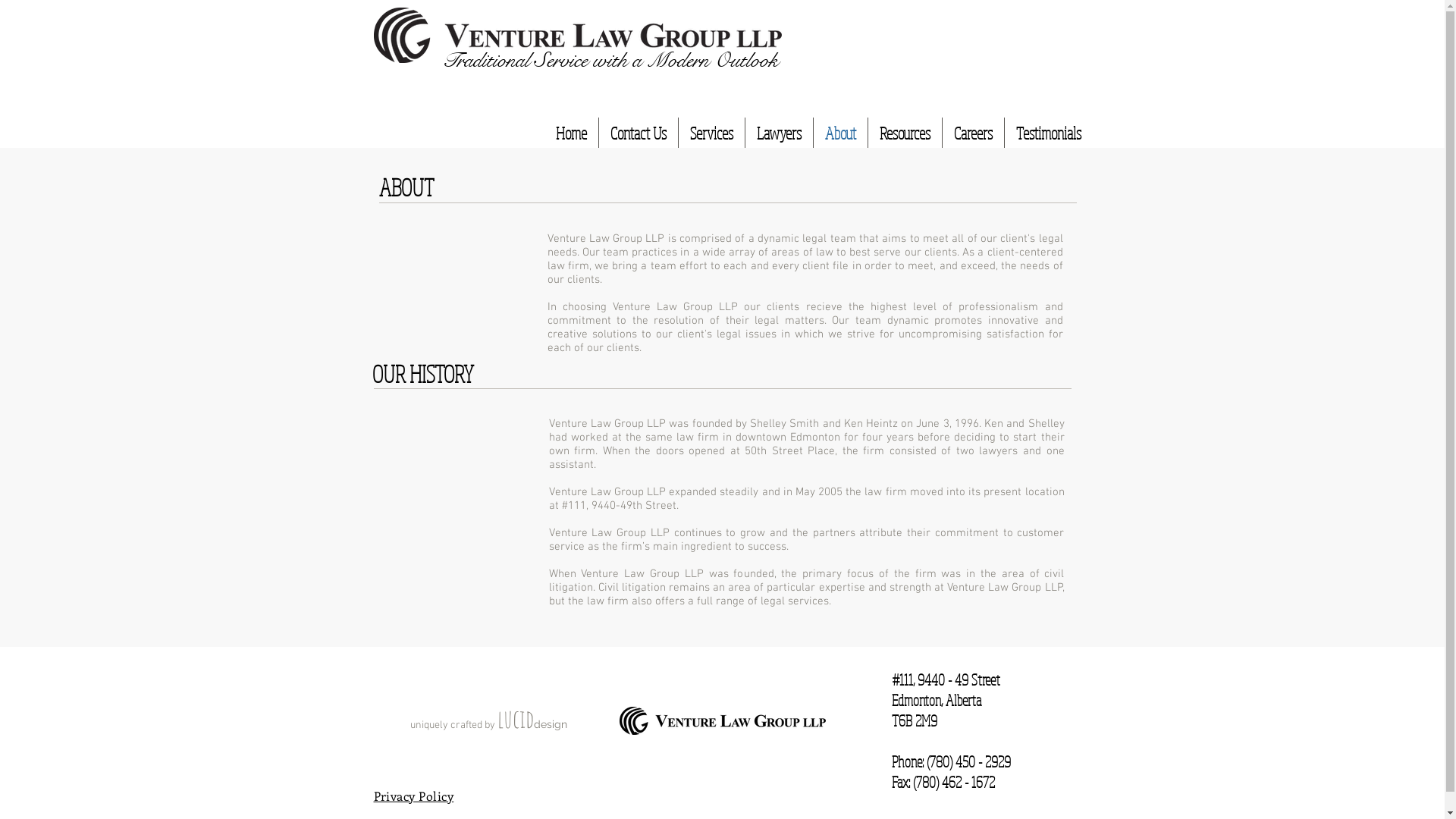  What do you see at coordinates (972, 131) in the screenshot?
I see `'Careers'` at bounding box center [972, 131].